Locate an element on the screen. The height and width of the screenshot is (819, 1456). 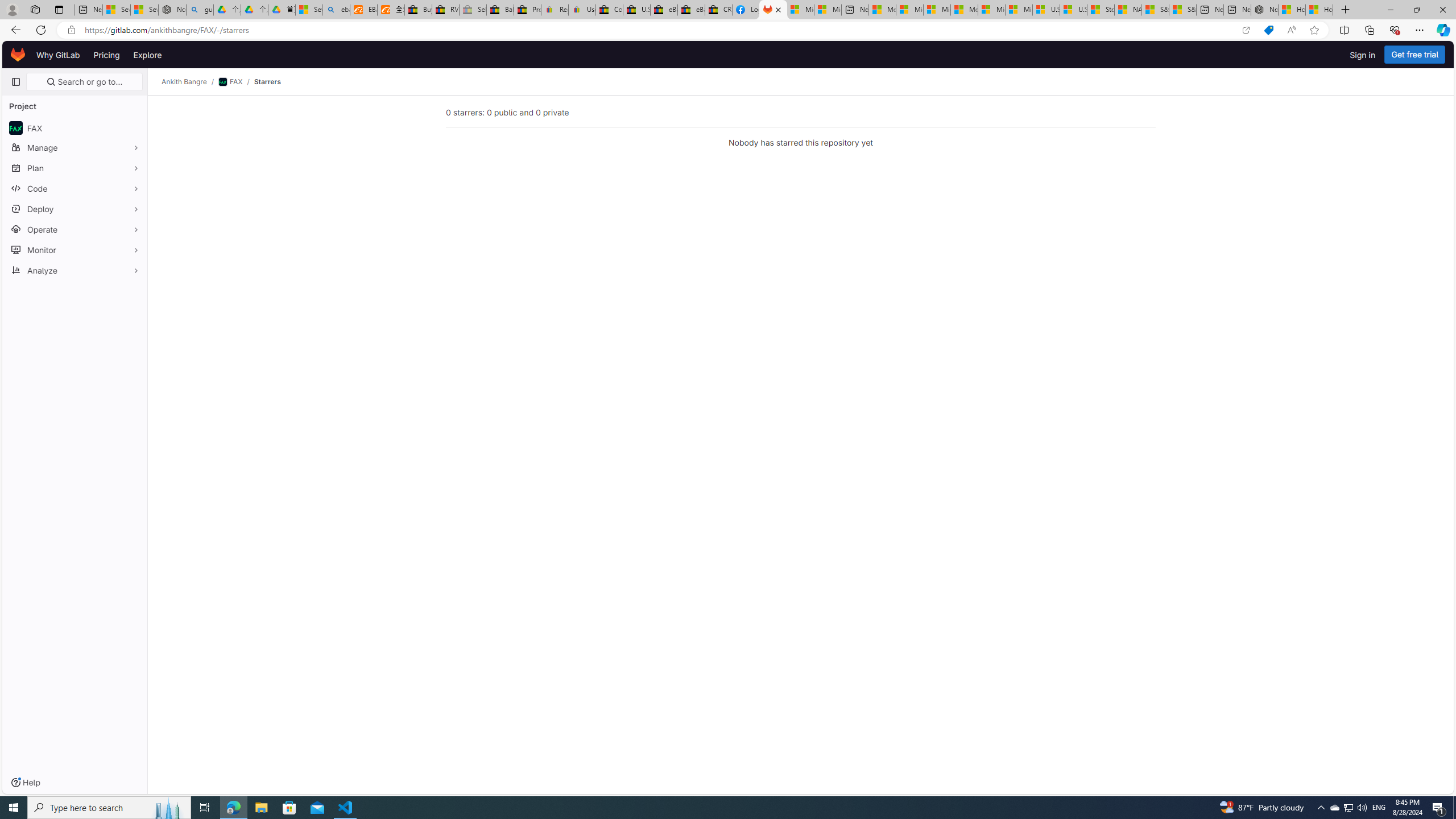
'Log into Facebook' is located at coordinates (746, 9).